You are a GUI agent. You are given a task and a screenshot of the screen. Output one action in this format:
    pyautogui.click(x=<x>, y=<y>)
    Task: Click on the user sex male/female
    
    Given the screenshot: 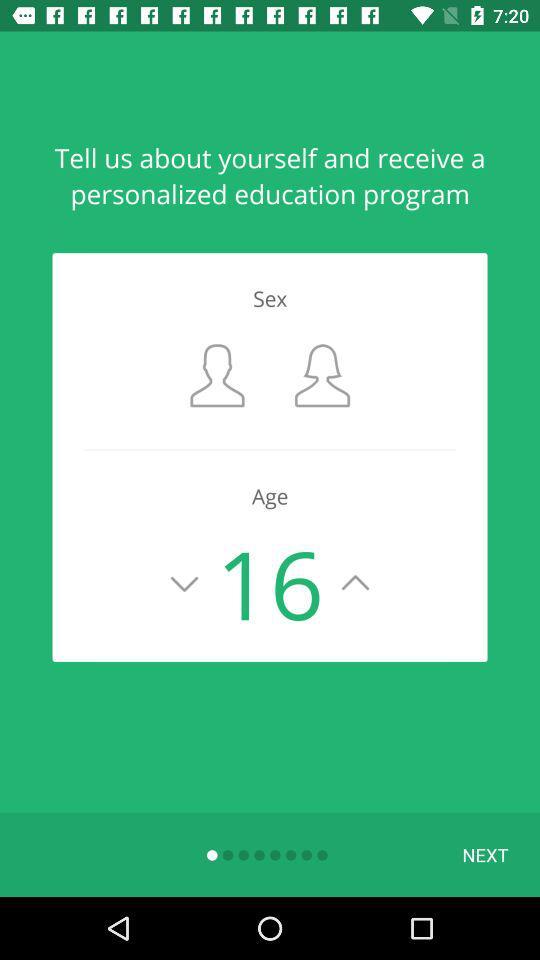 What is the action you would take?
    pyautogui.click(x=216, y=374)
    